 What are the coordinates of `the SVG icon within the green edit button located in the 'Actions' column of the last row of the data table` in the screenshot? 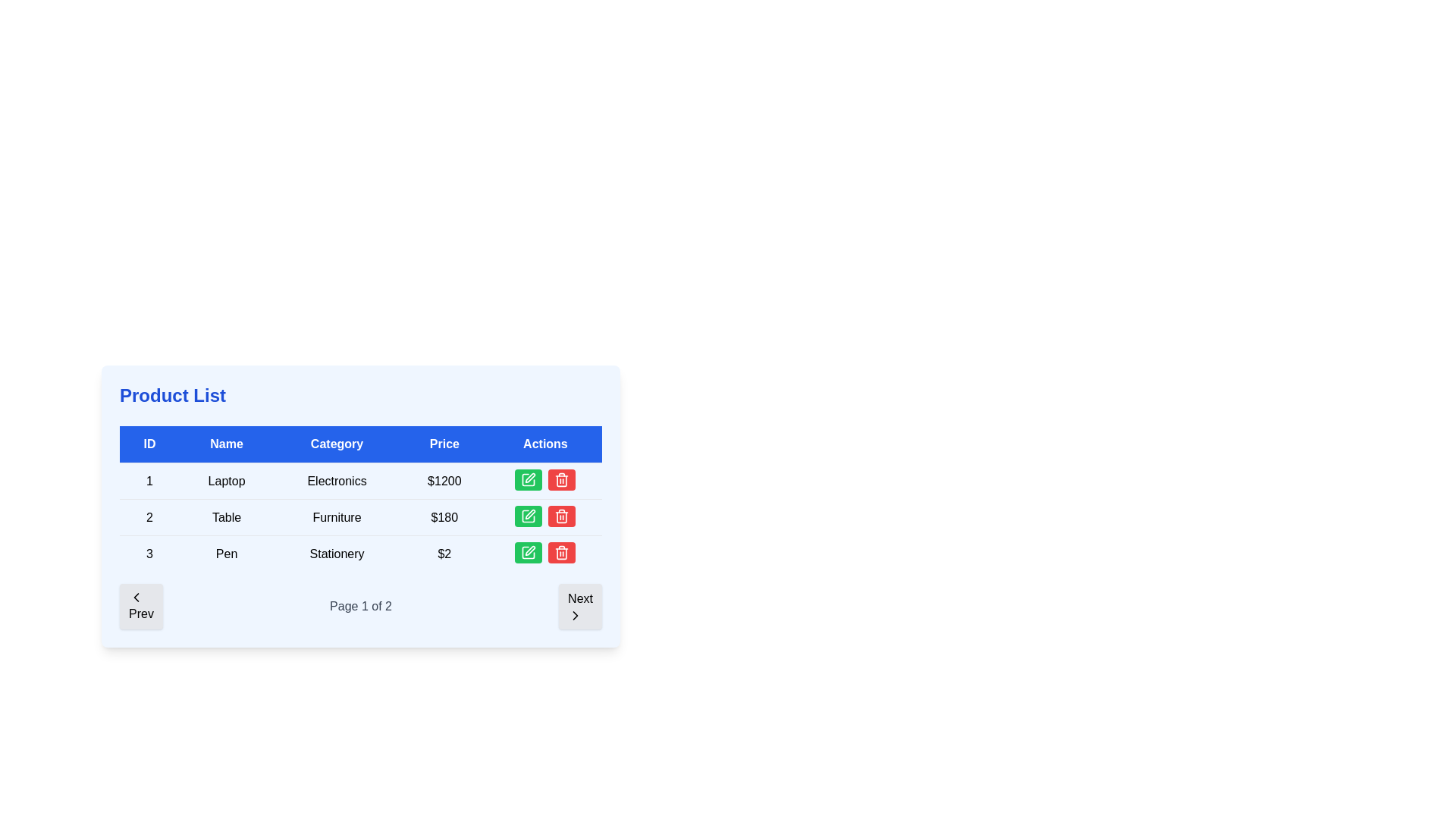 It's located at (529, 479).